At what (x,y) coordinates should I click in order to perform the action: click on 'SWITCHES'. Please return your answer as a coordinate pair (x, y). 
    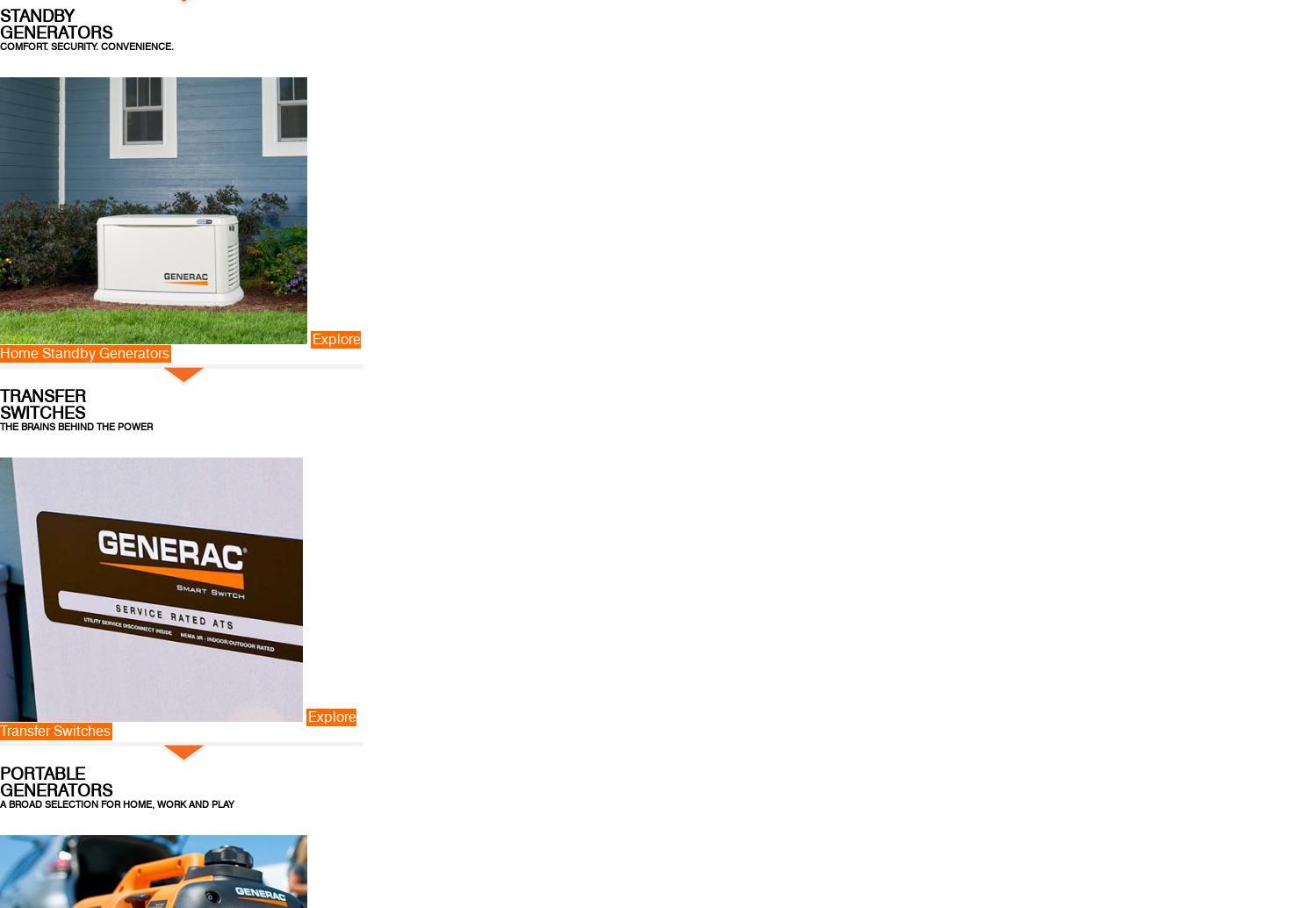
    Looking at the image, I should click on (42, 412).